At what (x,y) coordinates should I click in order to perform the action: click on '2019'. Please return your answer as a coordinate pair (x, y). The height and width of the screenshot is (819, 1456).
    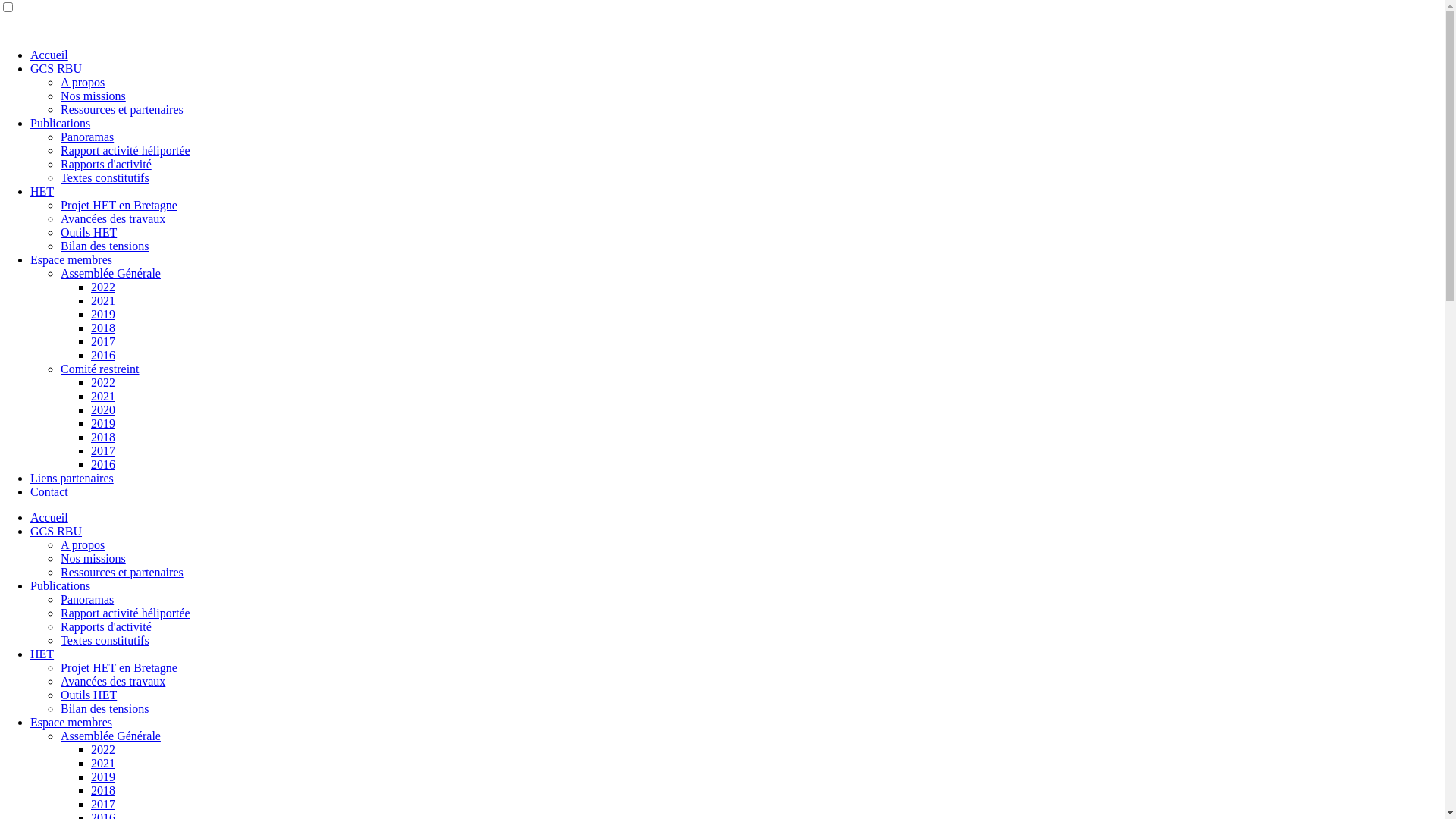
    Looking at the image, I should click on (102, 423).